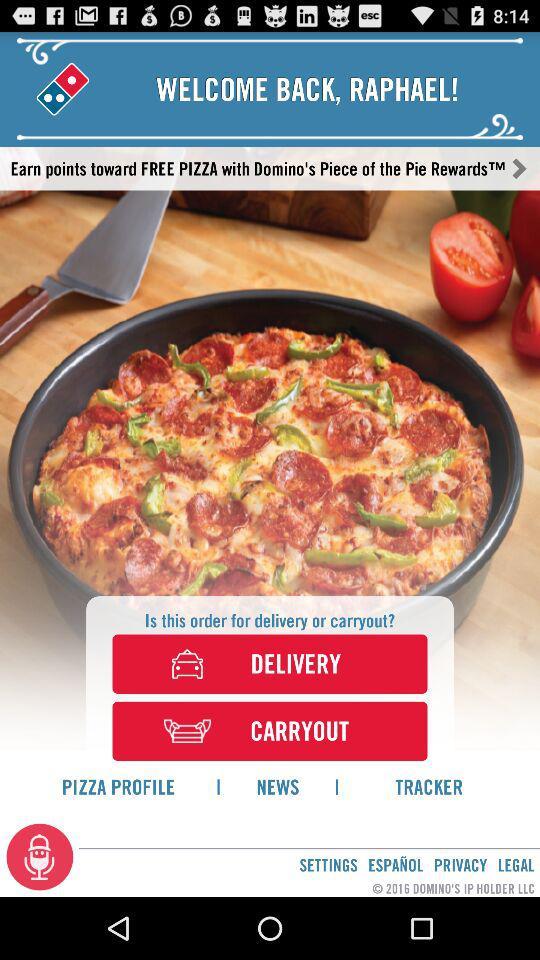  I want to click on the app to the left of legal app, so click(460, 864).